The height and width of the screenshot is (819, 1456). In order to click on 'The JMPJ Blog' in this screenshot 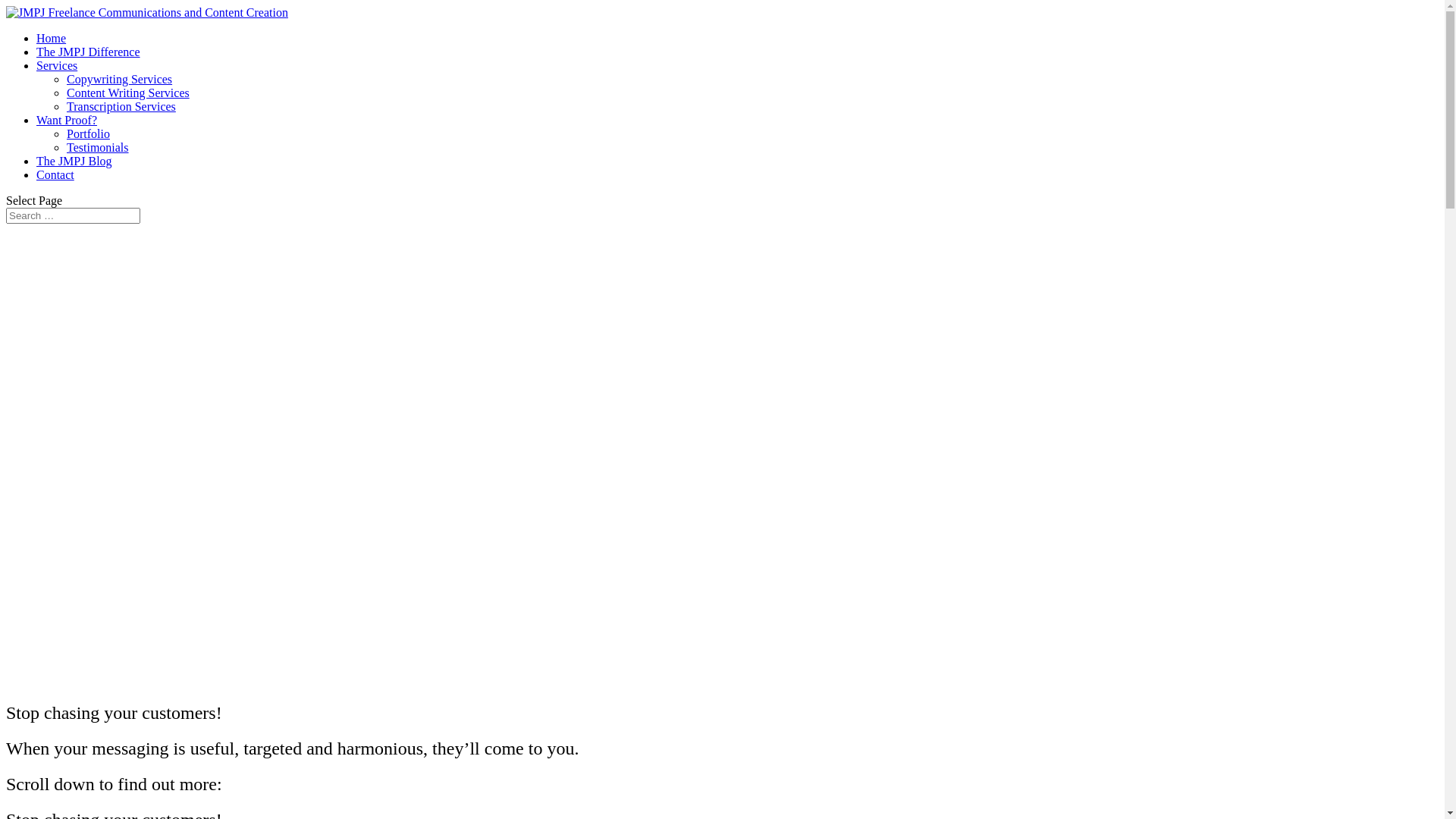, I will do `click(73, 161)`.